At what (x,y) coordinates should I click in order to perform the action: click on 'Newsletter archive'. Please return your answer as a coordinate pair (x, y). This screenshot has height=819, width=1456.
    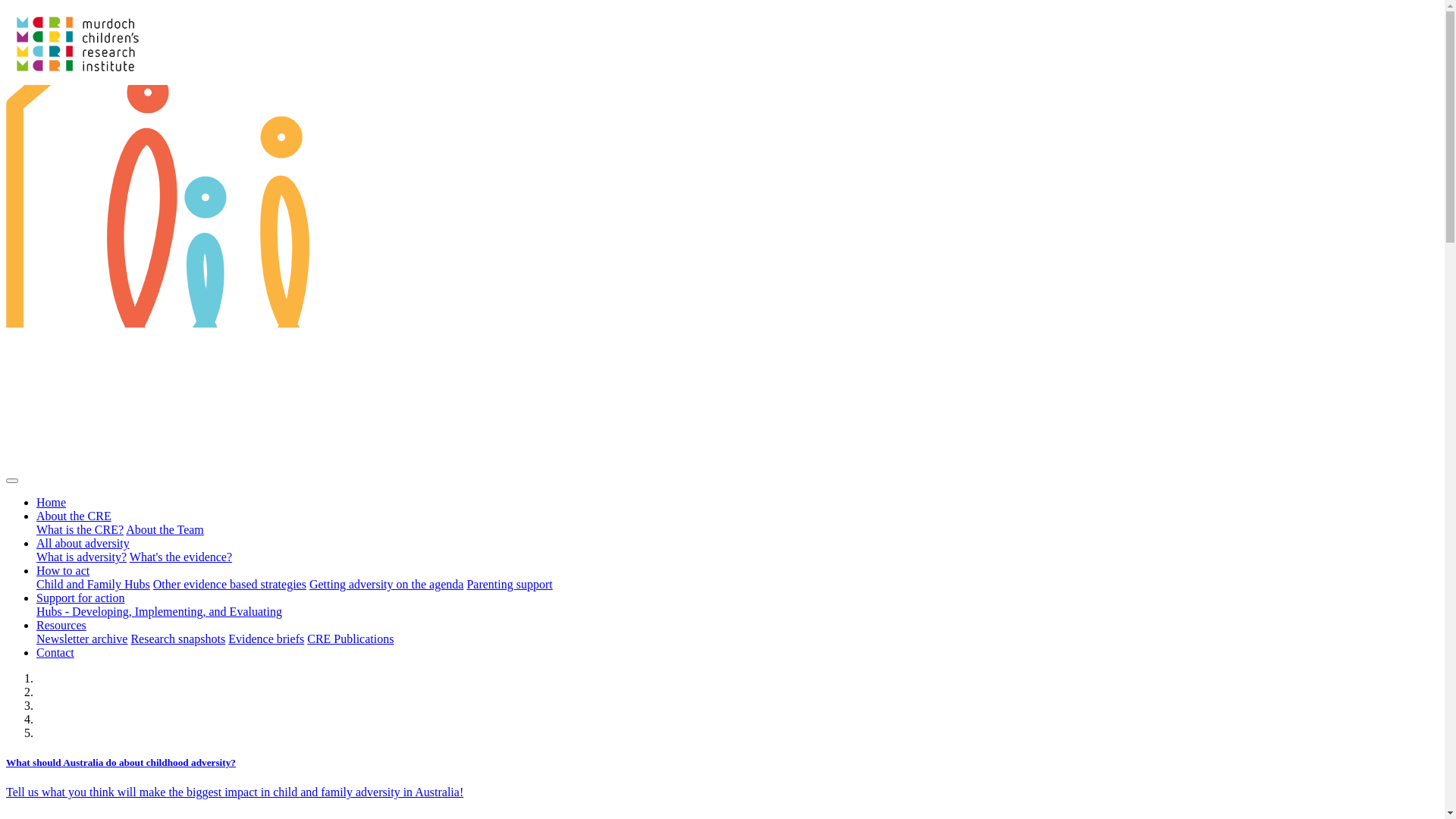
    Looking at the image, I should click on (80, 639).